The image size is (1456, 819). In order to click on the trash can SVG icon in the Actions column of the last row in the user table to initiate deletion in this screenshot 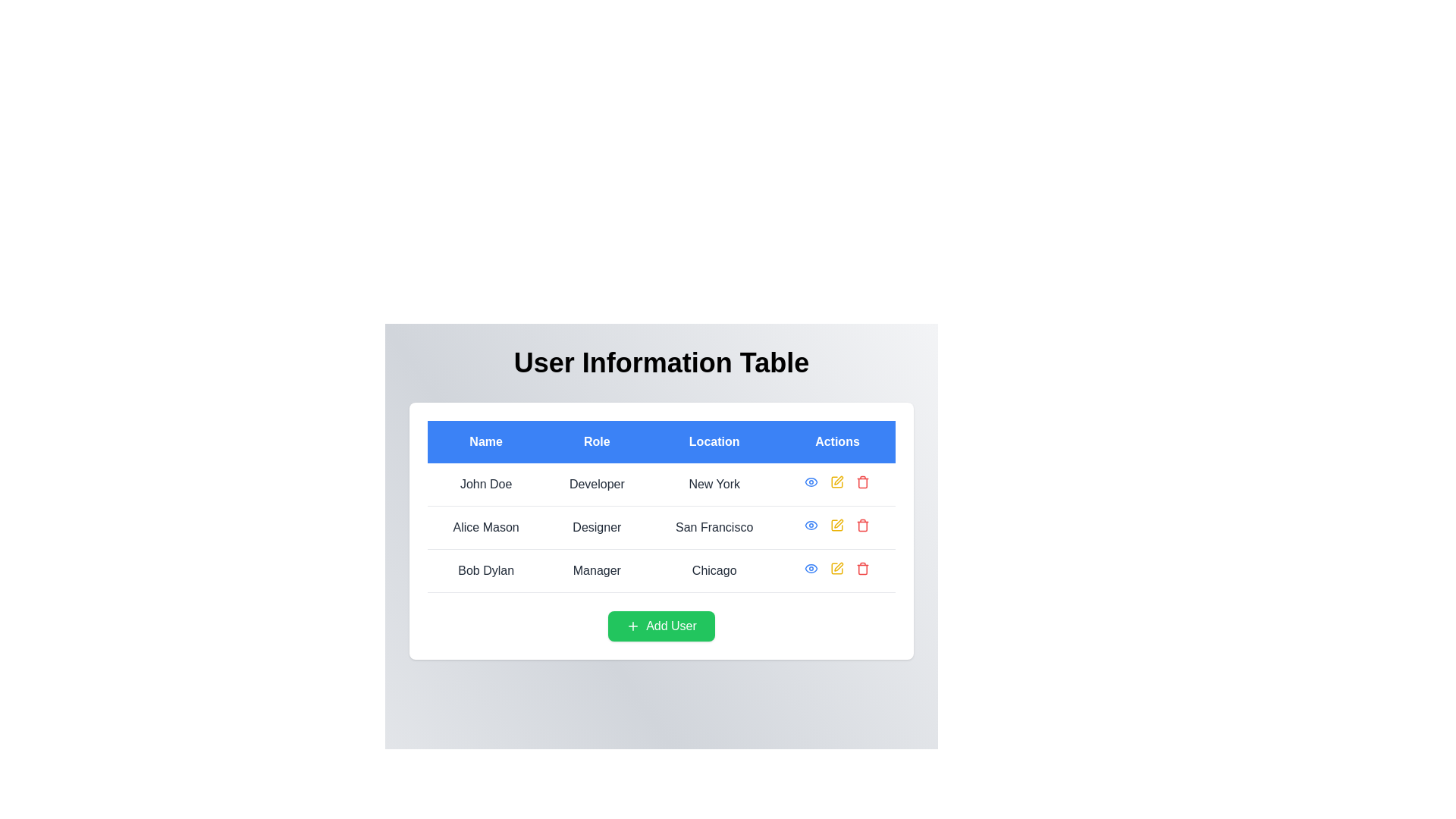, I will do `click(863, 570)`.